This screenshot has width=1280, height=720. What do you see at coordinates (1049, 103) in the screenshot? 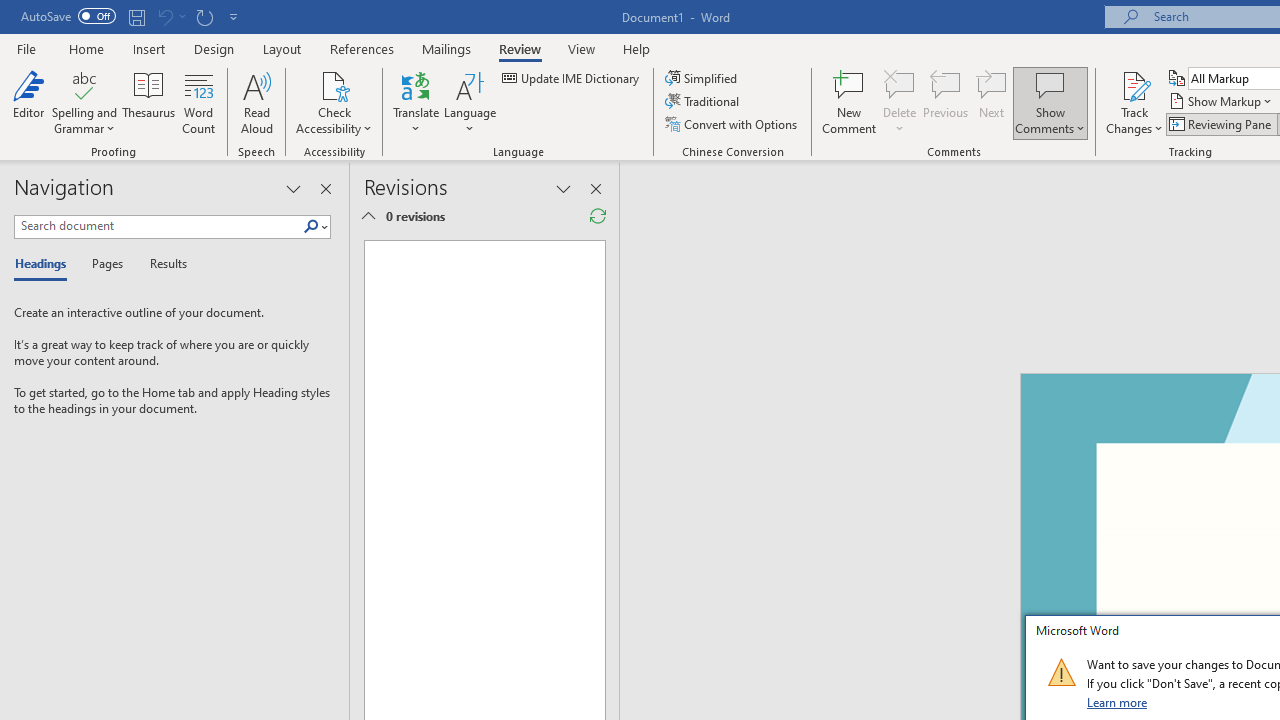
I see `'Show Comments'` at bounding box center [1049, 103].